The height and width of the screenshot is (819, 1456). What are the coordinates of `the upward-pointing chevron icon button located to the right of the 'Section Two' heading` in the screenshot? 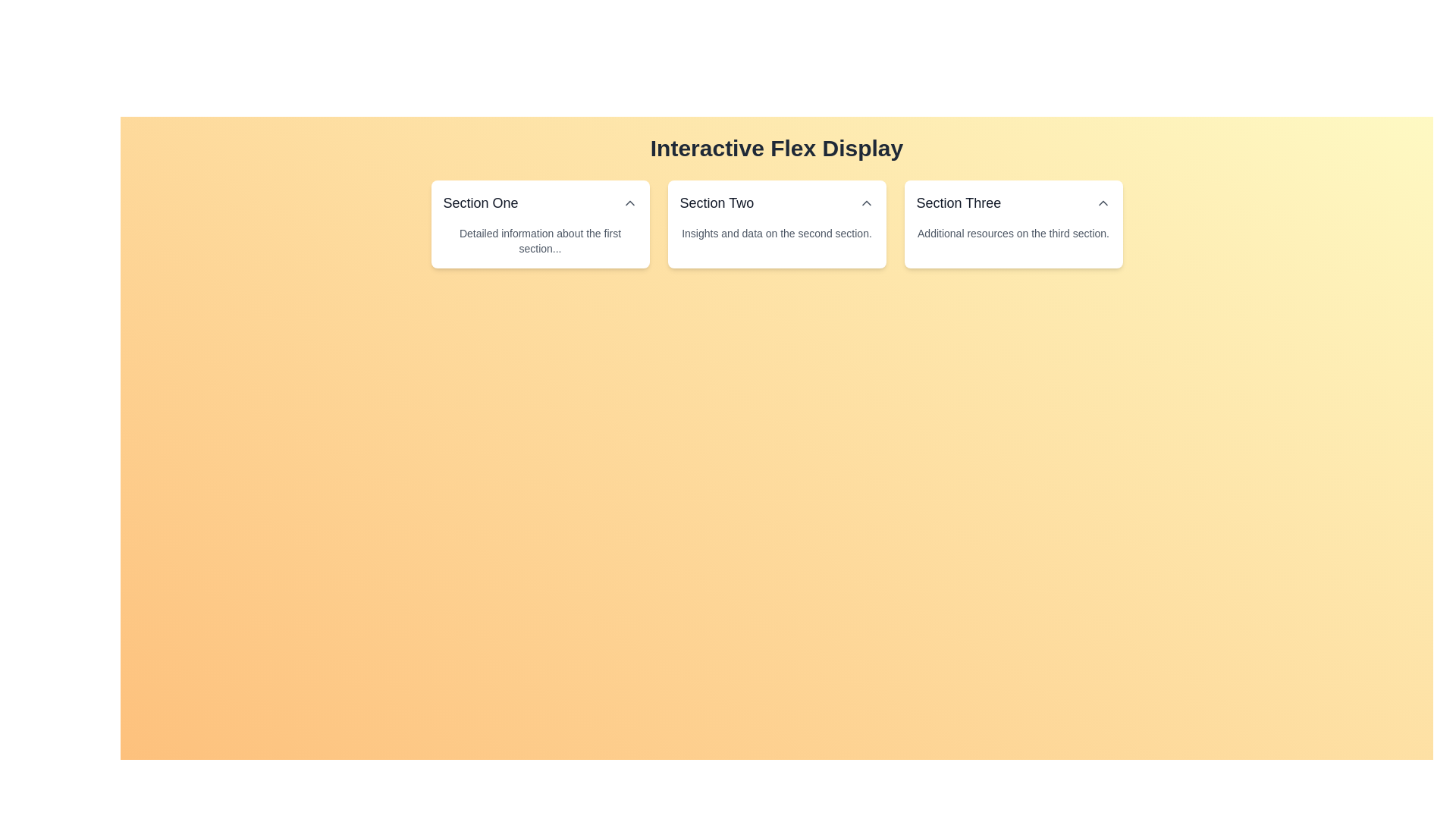 It's located at (866, 202).